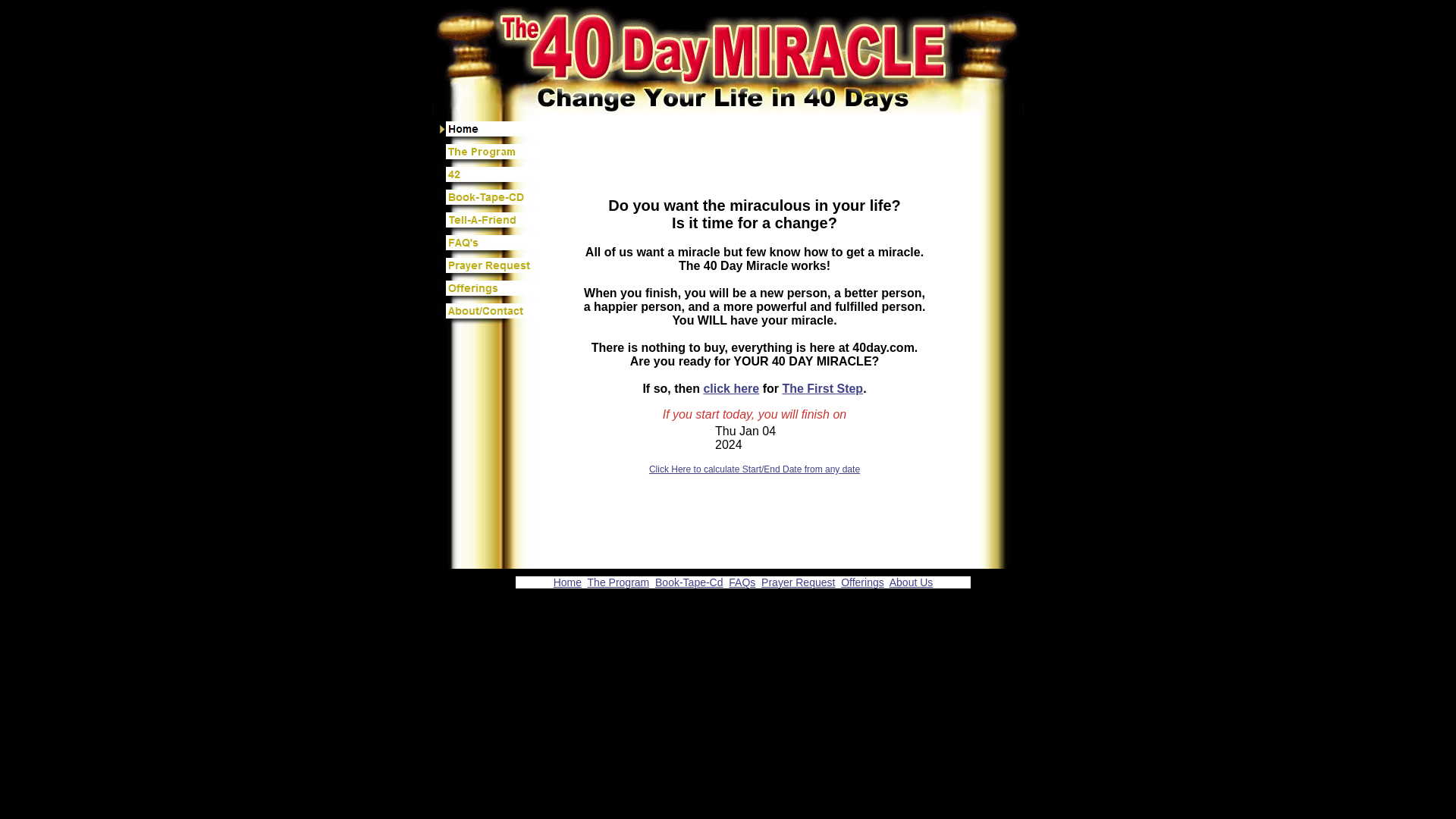 This screenshot has width=1456, height=819. Describe the element at coordinates (742, 581) in the screenshot. I see `'FAQs'` at that location.